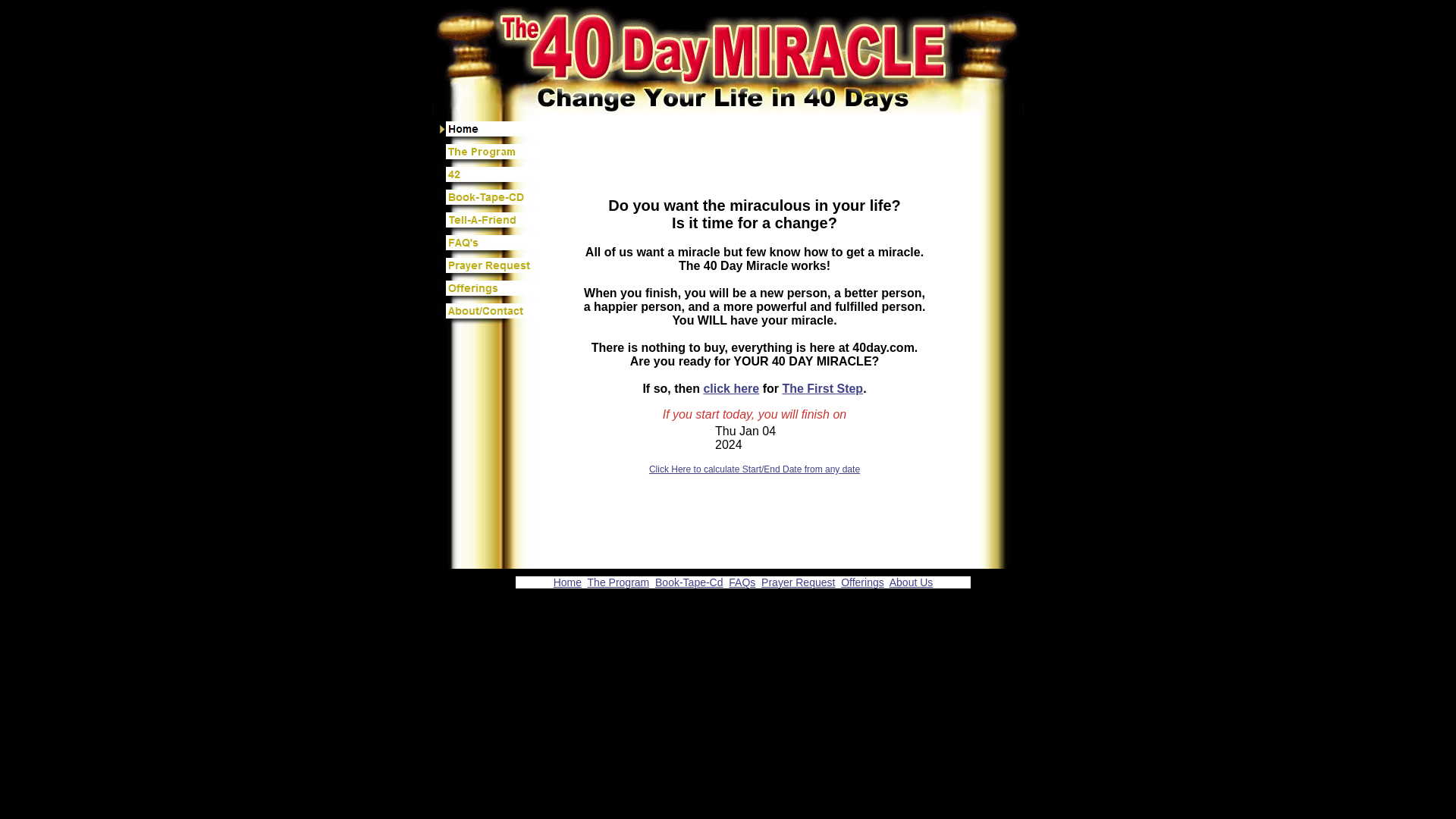 This screenshot has width=1456, height=819. Describe the element at coordinates (742, 581) in the screenshot. I see `'FAQs'` at that location.